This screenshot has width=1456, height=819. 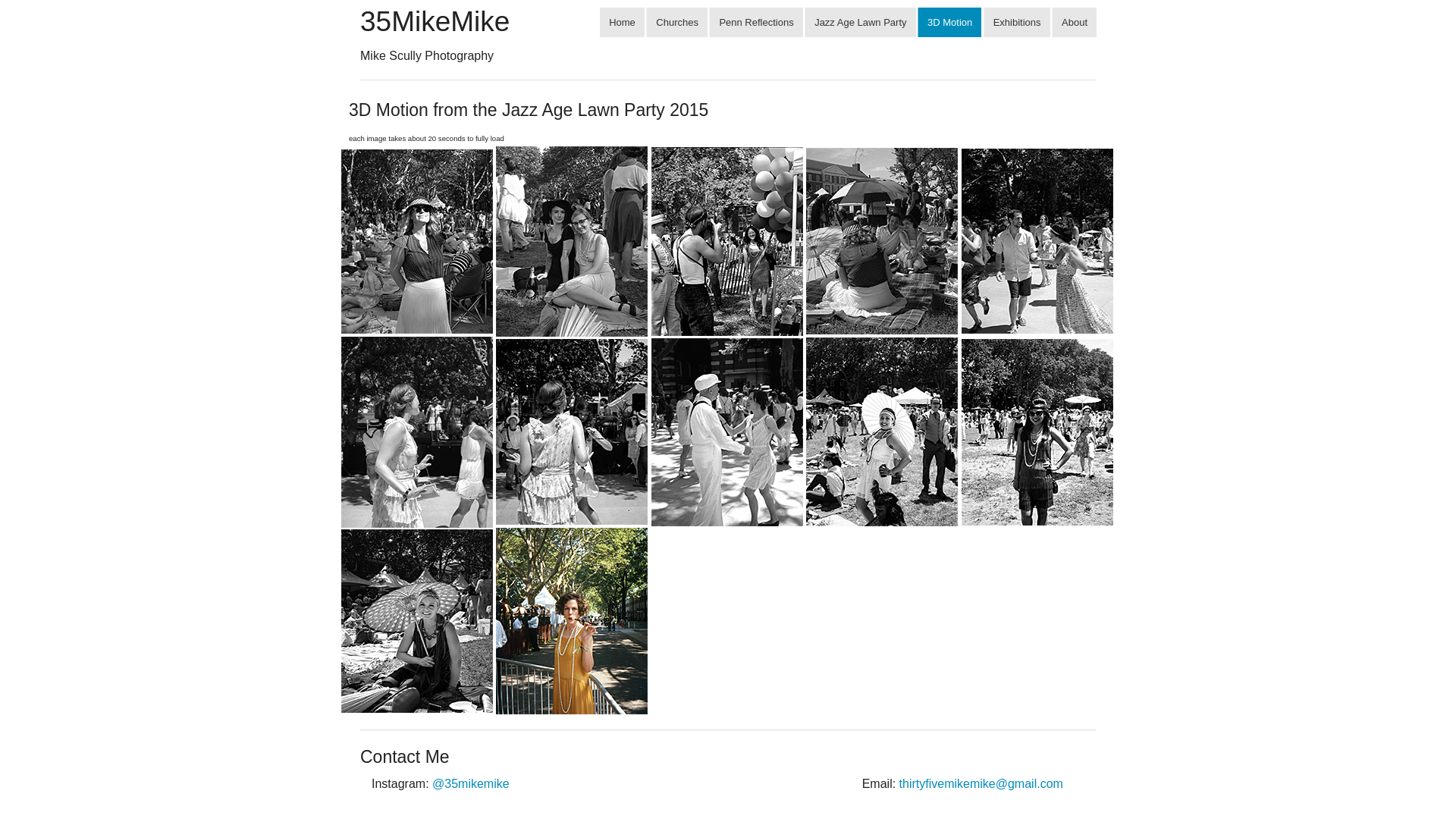 I want to click on 'Churches', so click(x=645, y=22).